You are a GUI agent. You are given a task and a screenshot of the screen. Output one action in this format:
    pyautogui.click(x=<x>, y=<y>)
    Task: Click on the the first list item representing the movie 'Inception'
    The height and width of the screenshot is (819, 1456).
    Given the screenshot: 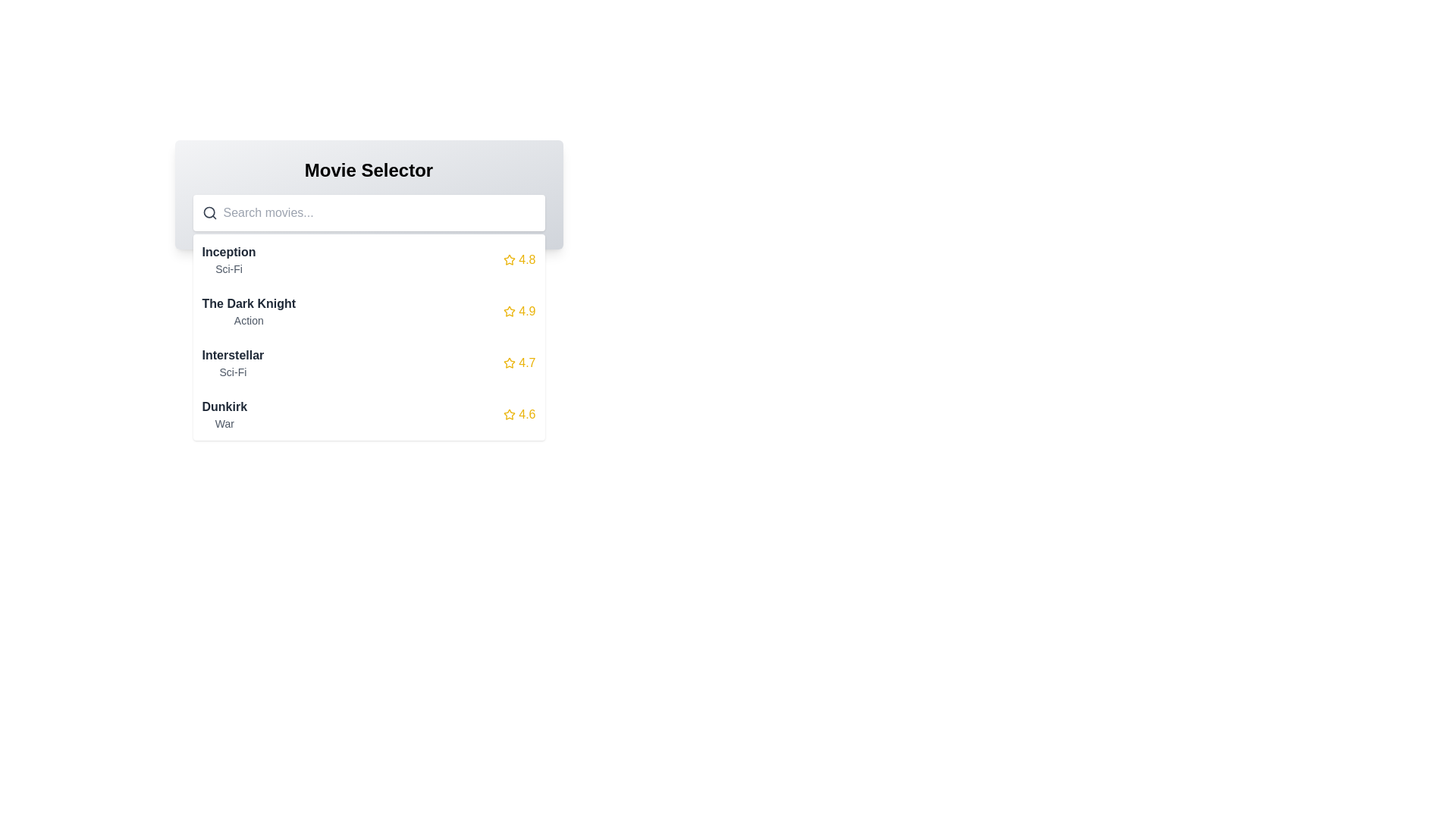 What is the action you would take?
    pyautogui.click(x=369, y=259)
    